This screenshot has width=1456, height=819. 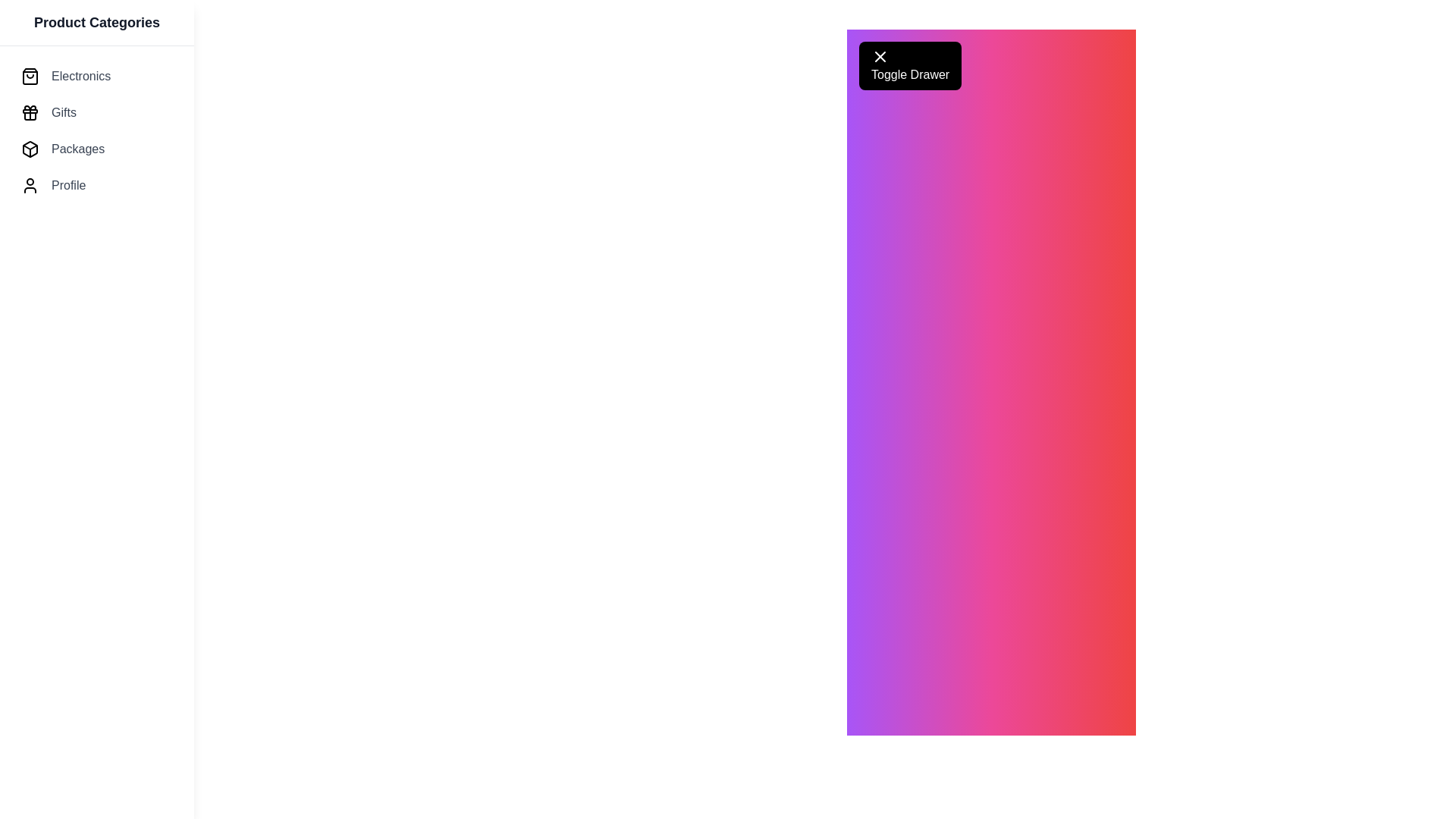 What do you see at coordinates (96, 185) in the screenshot?
I see `the product categories: Profile` at bounding box center [96, 185].